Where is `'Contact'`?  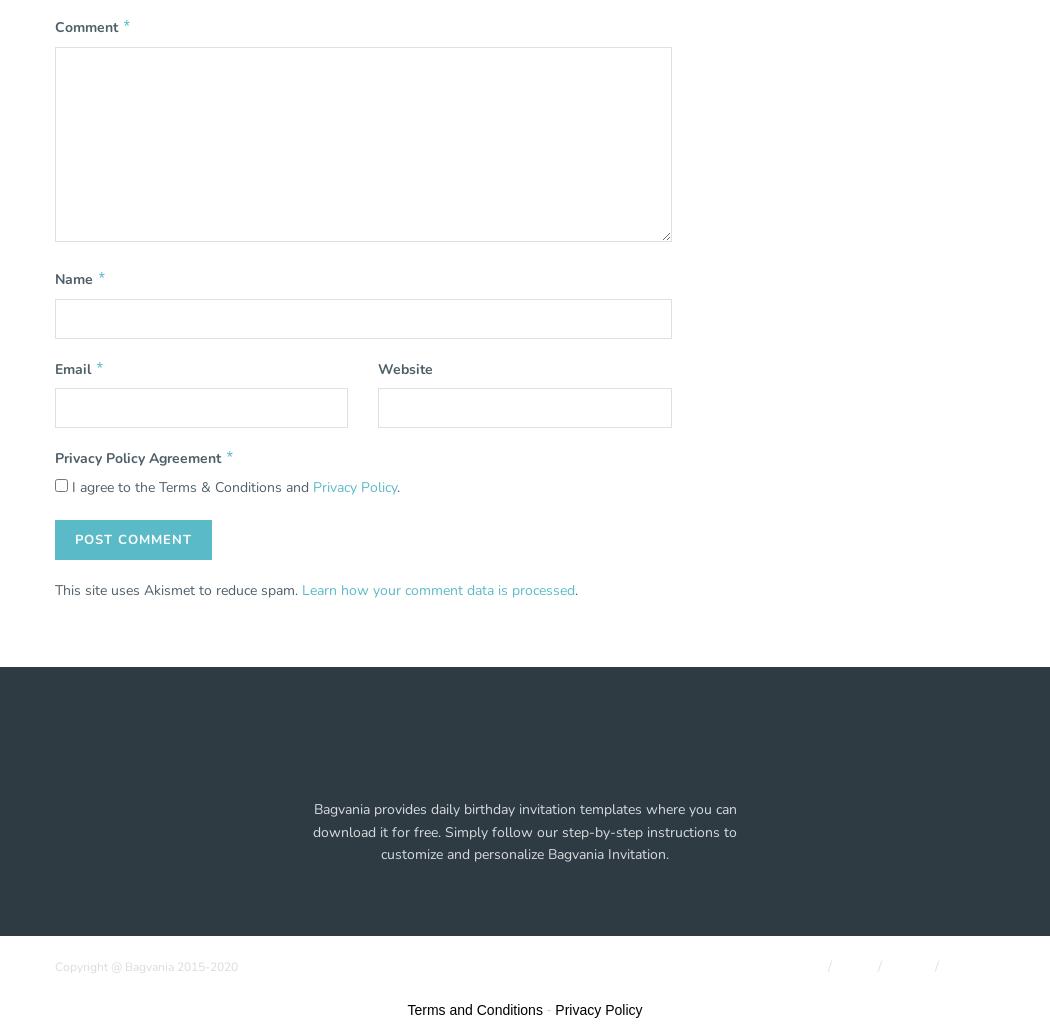 'Contact' is located at coordinates (947, 966).